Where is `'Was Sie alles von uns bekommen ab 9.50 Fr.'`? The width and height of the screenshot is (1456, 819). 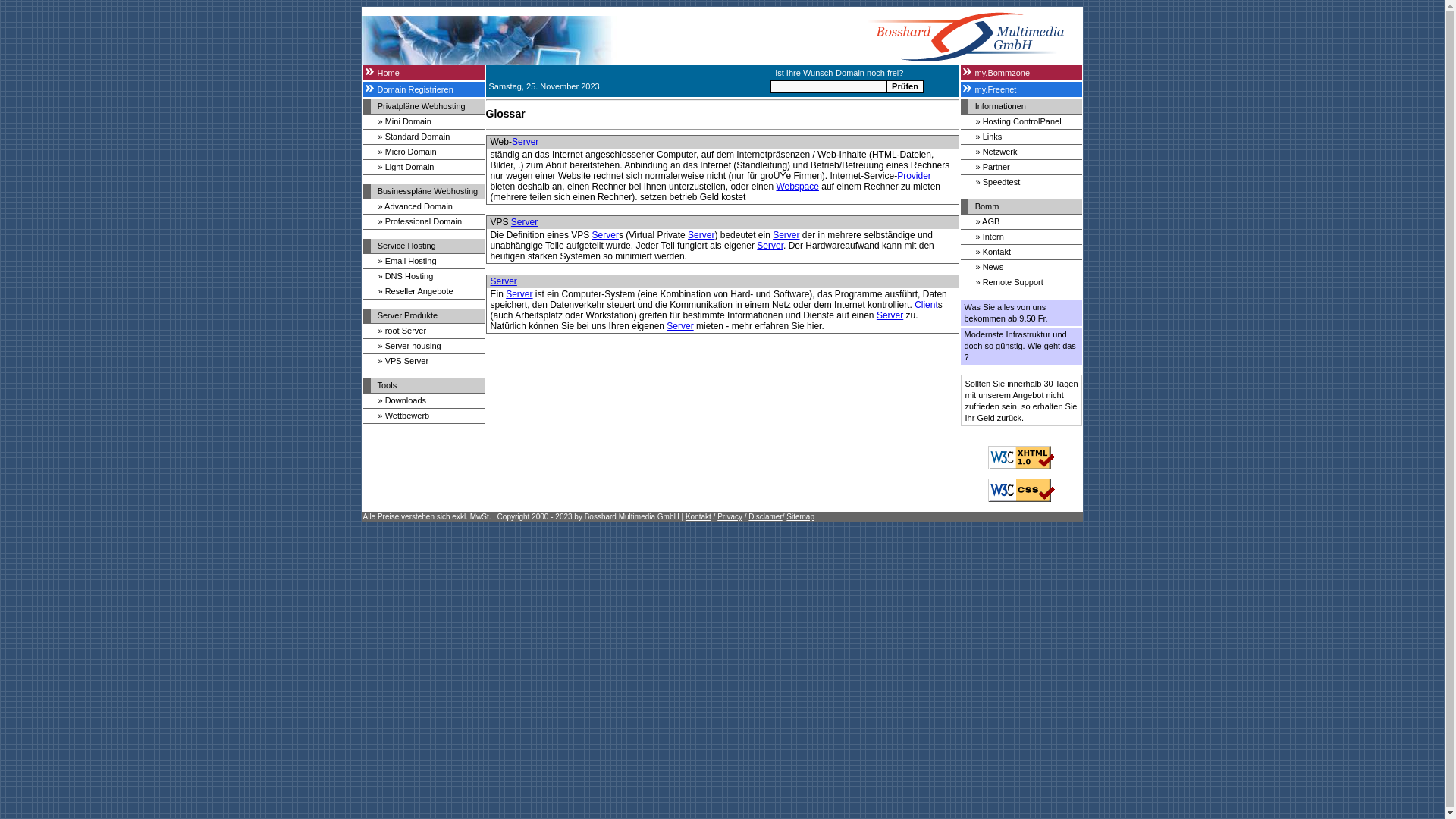
'Was Sie alles von uns bekommen ab 9.50 Fr.' is located at coordinates (1020, 312).